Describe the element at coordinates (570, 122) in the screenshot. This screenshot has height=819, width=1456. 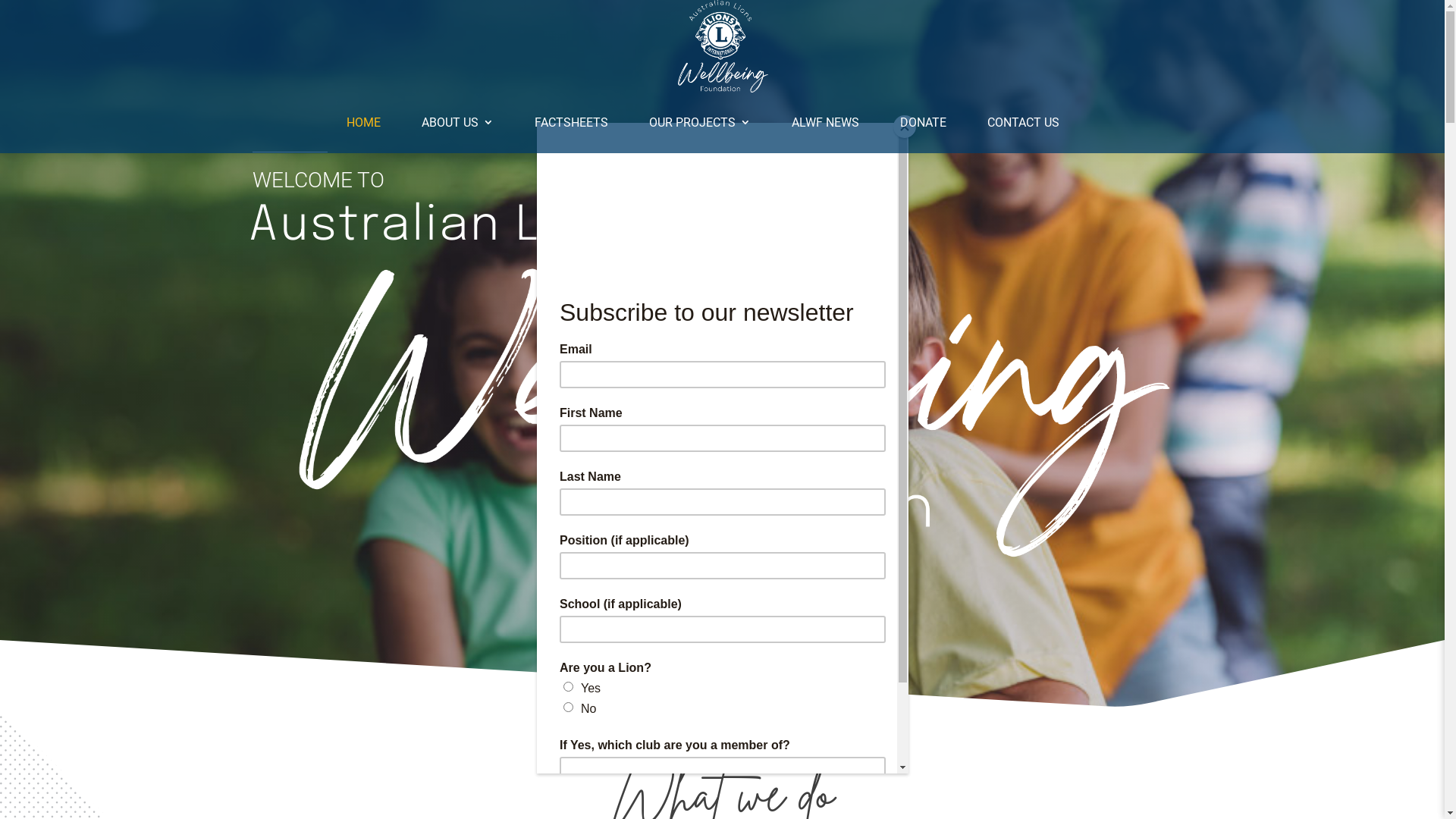
I see `'FACTSHEETS'` at that location.